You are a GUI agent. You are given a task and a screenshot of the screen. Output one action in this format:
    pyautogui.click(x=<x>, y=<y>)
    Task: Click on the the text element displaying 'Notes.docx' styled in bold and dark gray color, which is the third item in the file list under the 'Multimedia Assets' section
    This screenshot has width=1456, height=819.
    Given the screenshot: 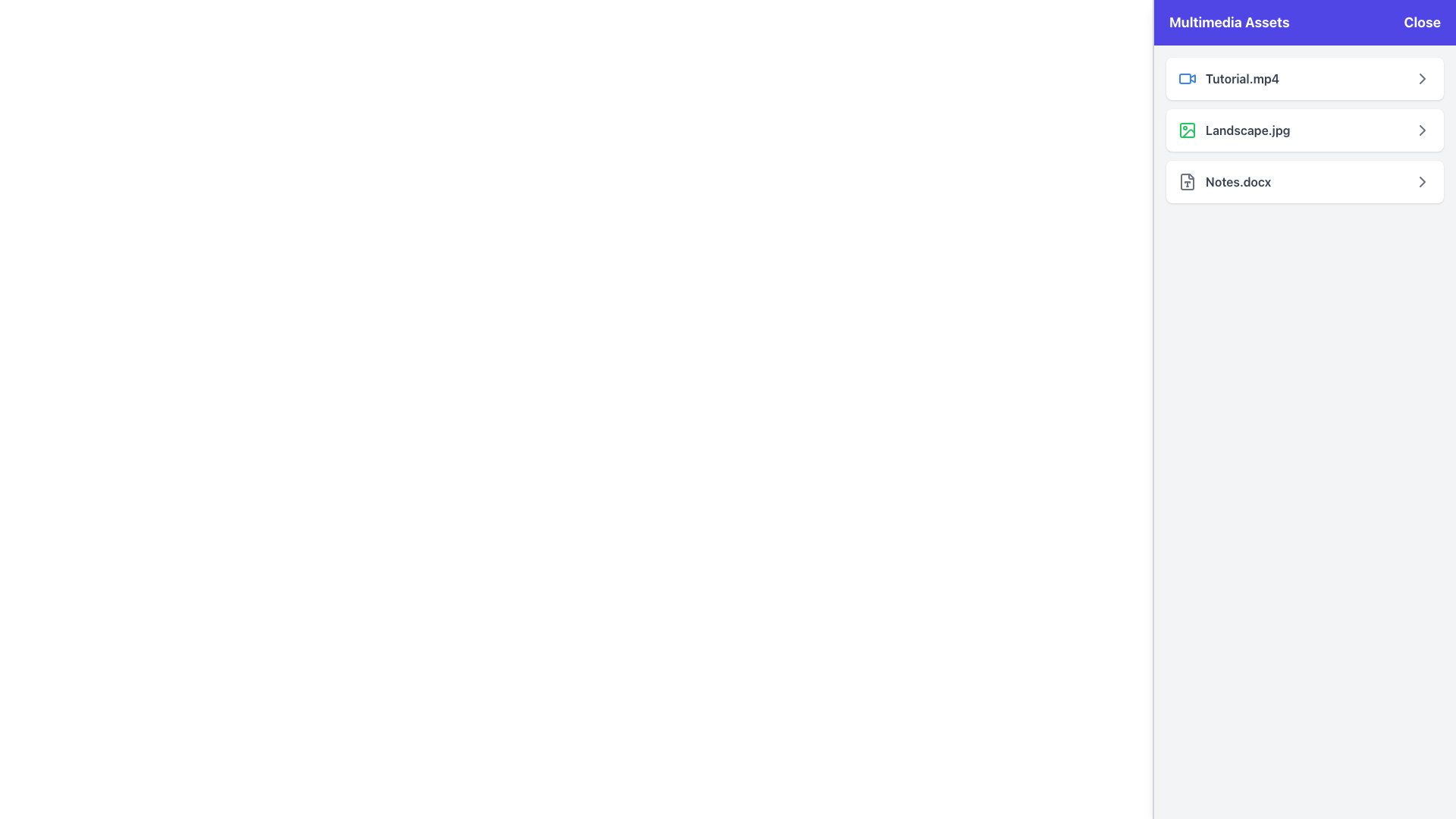 What is the action you would take?
    pyautogui.click(x=1238, y=180)
    